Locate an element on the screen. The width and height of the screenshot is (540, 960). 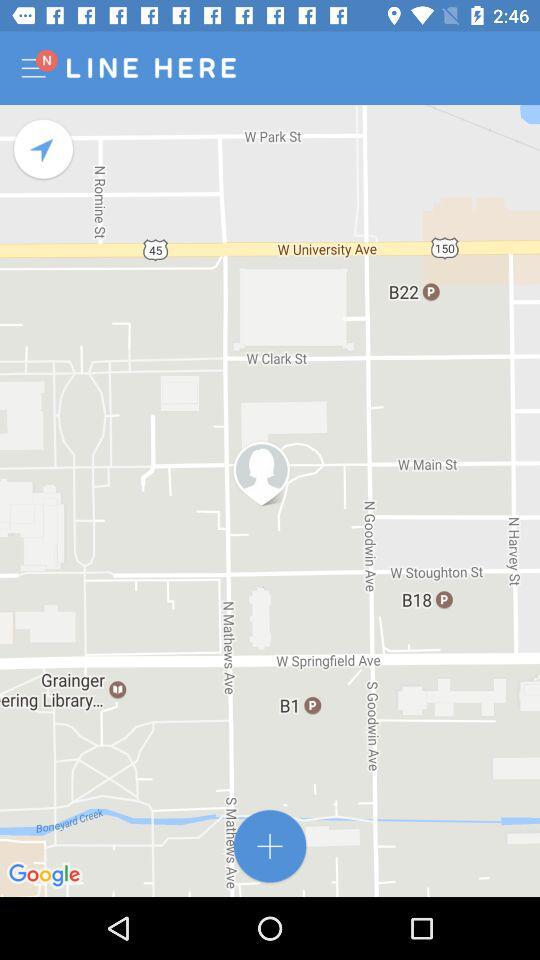
the menu icon is located at coordinates (35, 68).